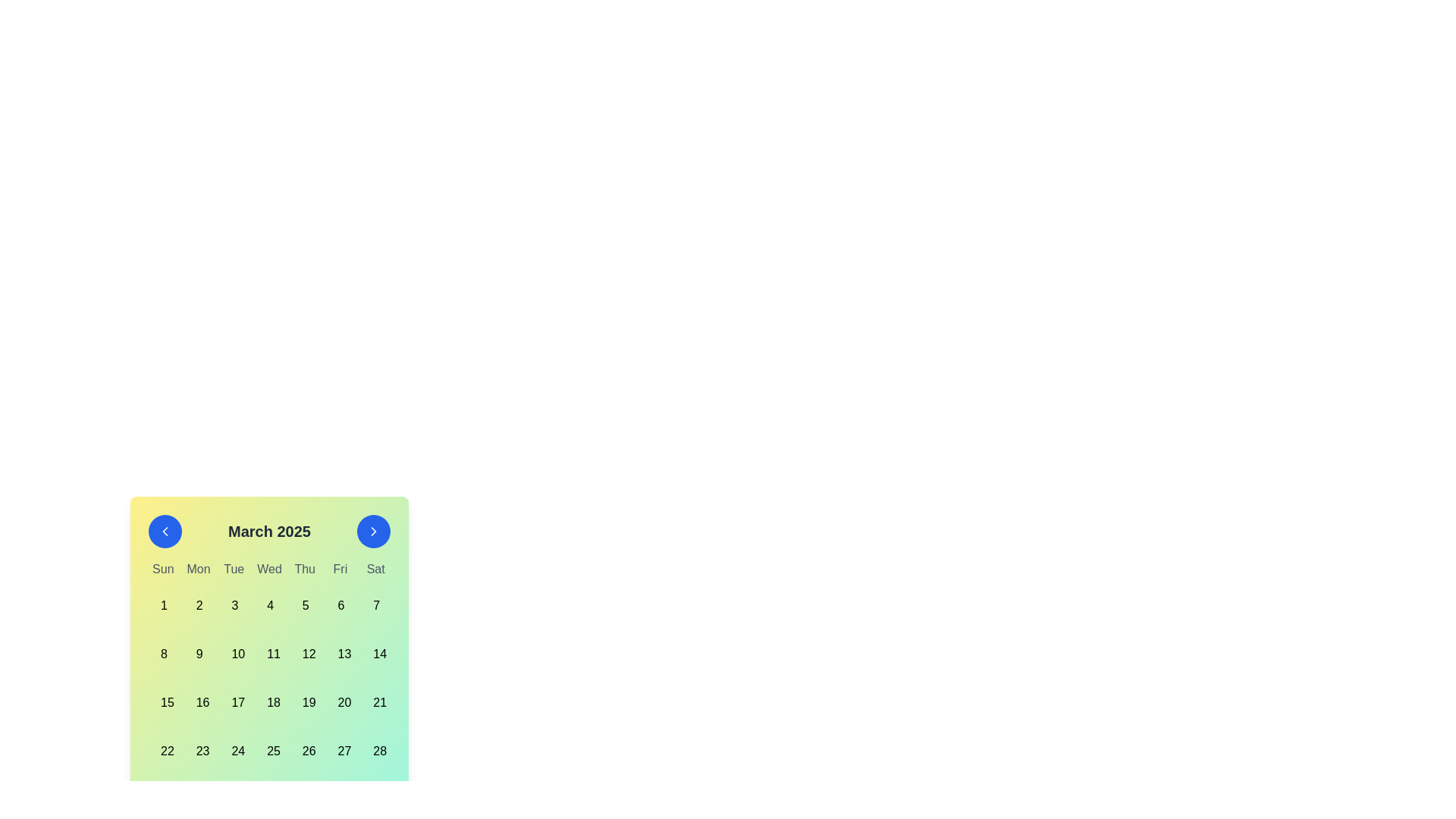 Image resolution: width=1456 pixels, height=819 pixels. What do you see at coordinates (163, 702) in the screenshot?
I see `the non-interactive label representing the date '15' in the March 2025 calendar, located in the first column of the third week (Sunday)` at bounding box center [163, 702].